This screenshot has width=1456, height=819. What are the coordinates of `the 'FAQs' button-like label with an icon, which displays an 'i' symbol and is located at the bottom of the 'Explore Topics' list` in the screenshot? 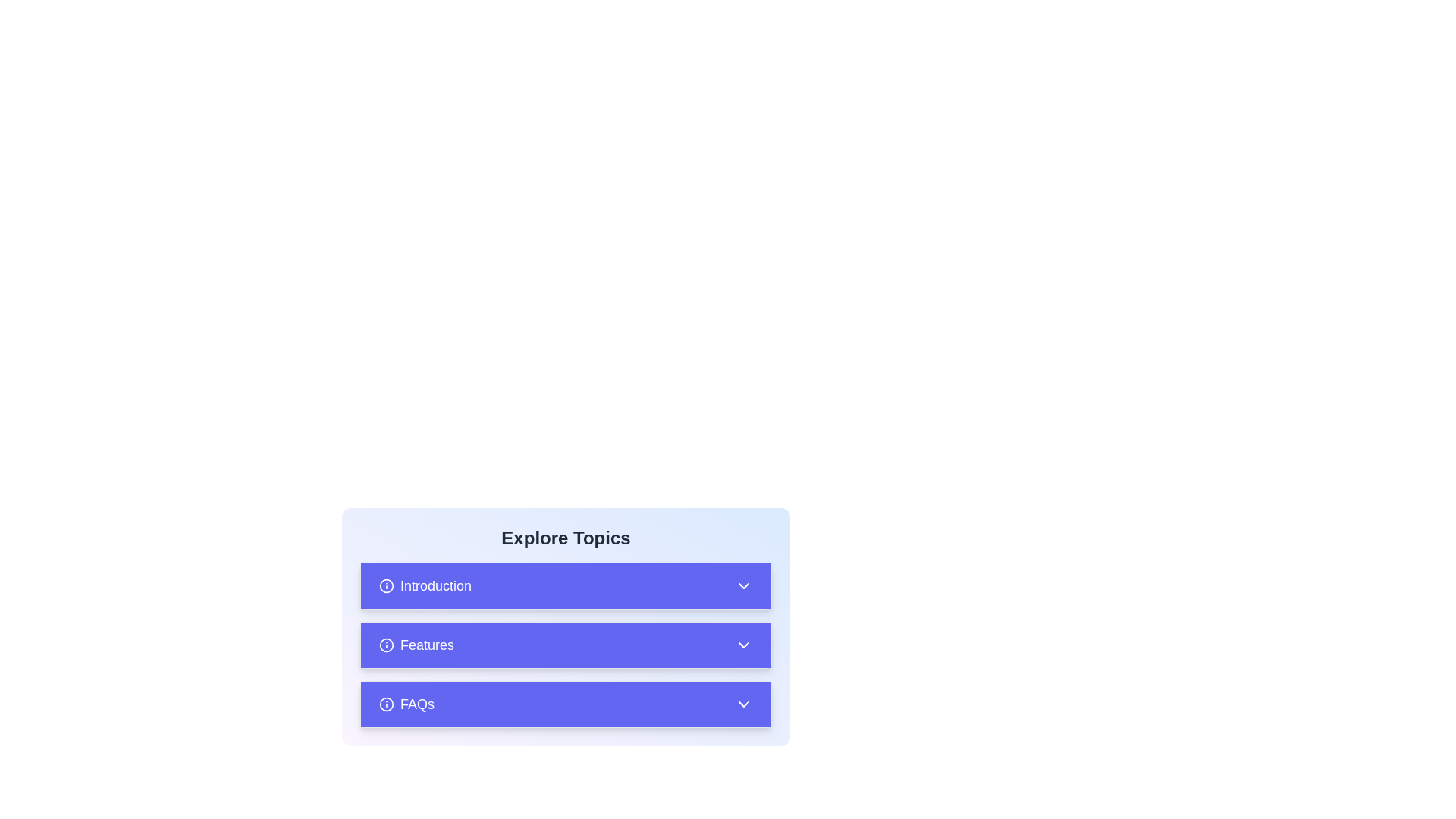 It's located at (406, 704).